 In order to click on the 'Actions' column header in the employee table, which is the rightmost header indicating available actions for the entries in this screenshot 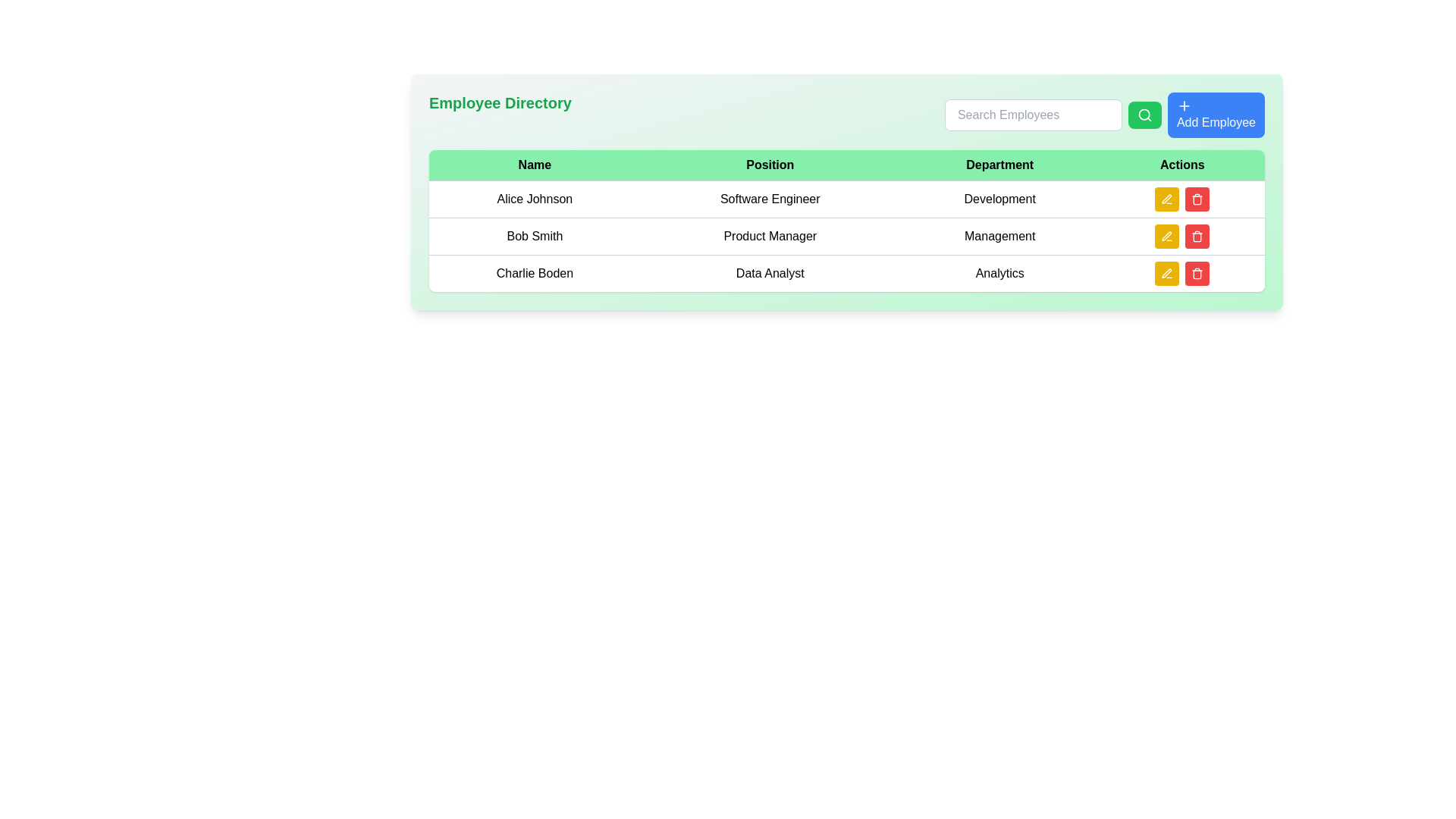, I will do `click(1181, 165)`.